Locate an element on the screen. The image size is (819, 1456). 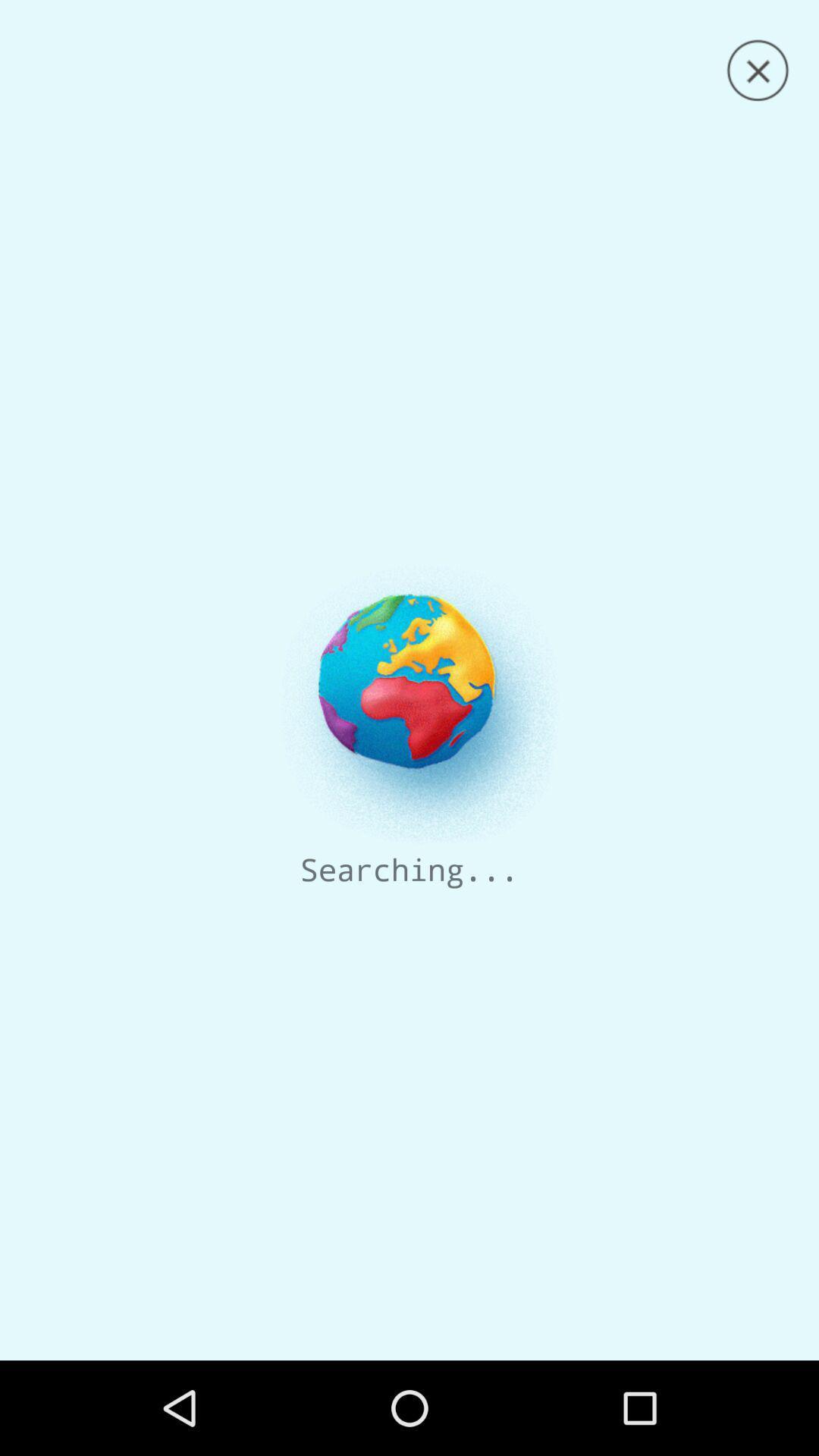
close is located at coordinates (758, 70).